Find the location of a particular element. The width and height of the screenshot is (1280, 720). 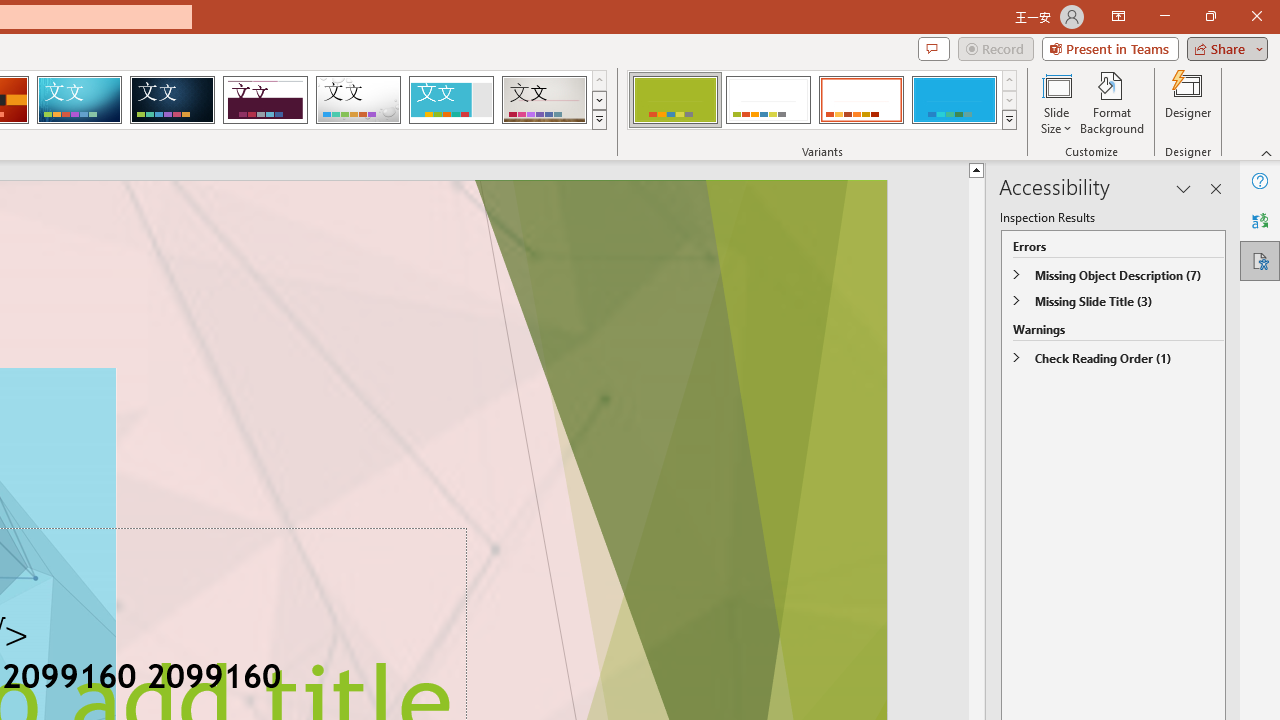

'Format Background' is located at coordinates (1111, 103).